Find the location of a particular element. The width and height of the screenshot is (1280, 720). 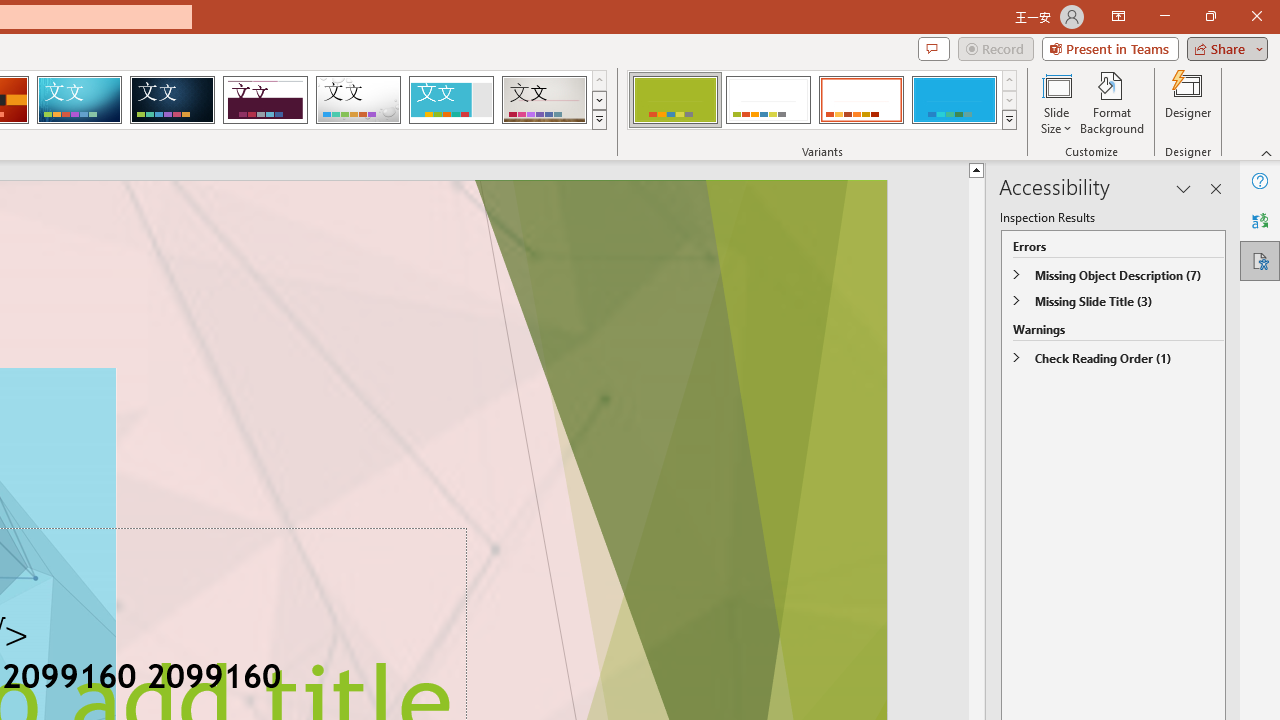

'Format Background' is located at coordinates (1111, 103).